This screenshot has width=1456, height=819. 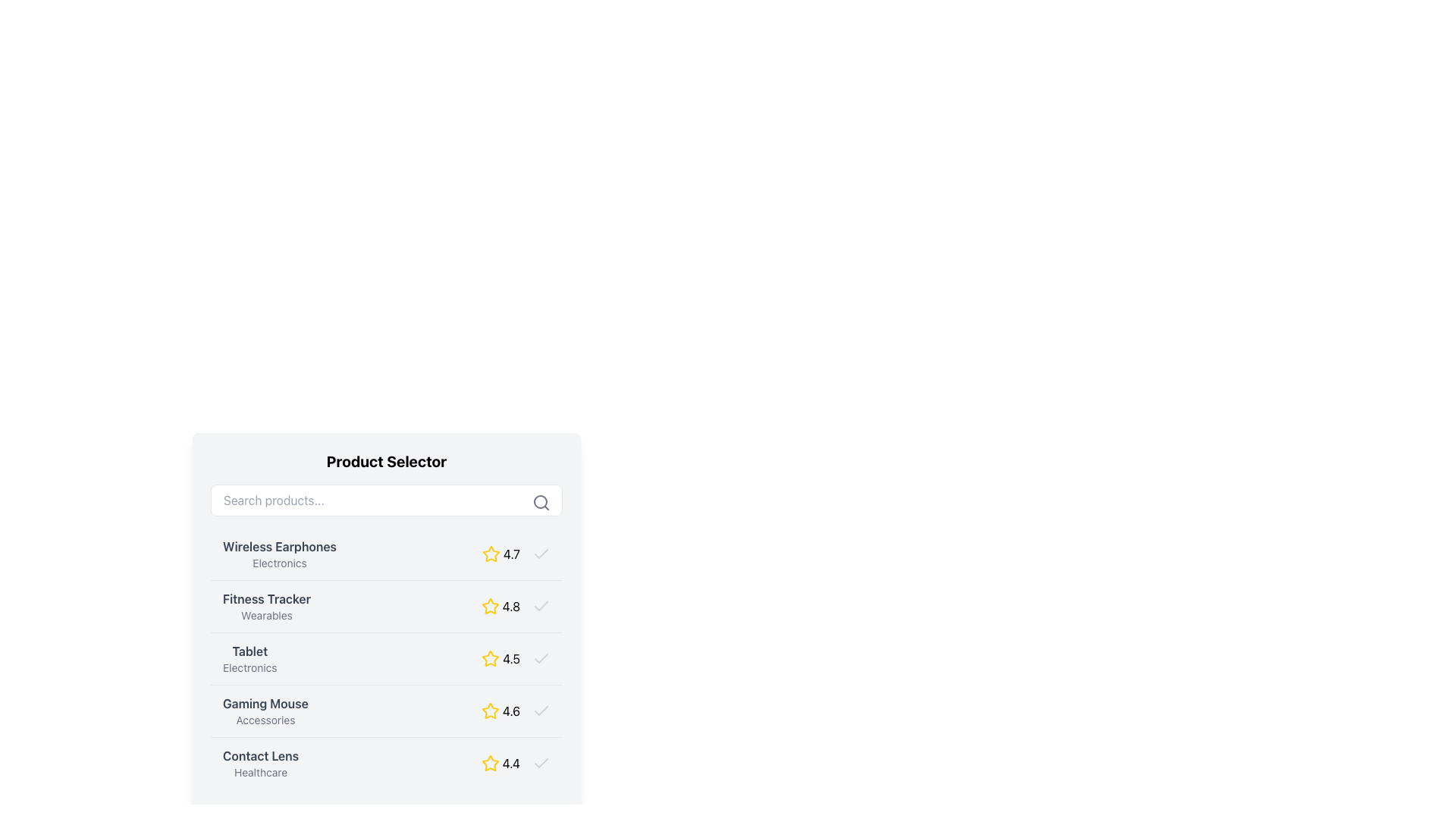 What do you see at coordinates (516, 605) in the screenshot?
I see `the Rating Indicator displaying a rating of 4.8, which includes a yellow star icon and a gray checkmark, located to the right of the 'Fitness Tracker' text` at bounding box center [516, 605].